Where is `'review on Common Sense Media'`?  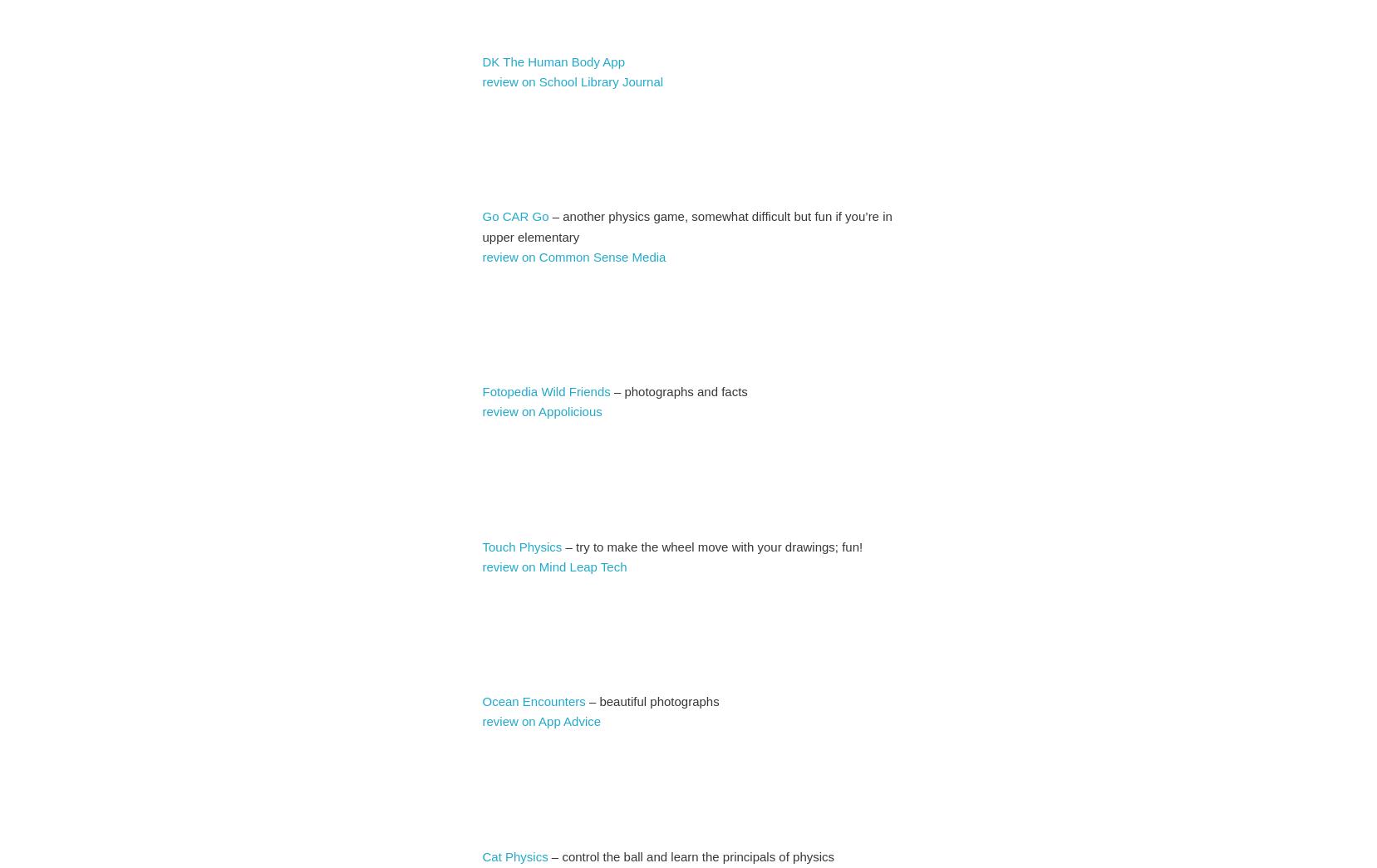 'review on Common Sense Media' is located at coordinates (574, 256).